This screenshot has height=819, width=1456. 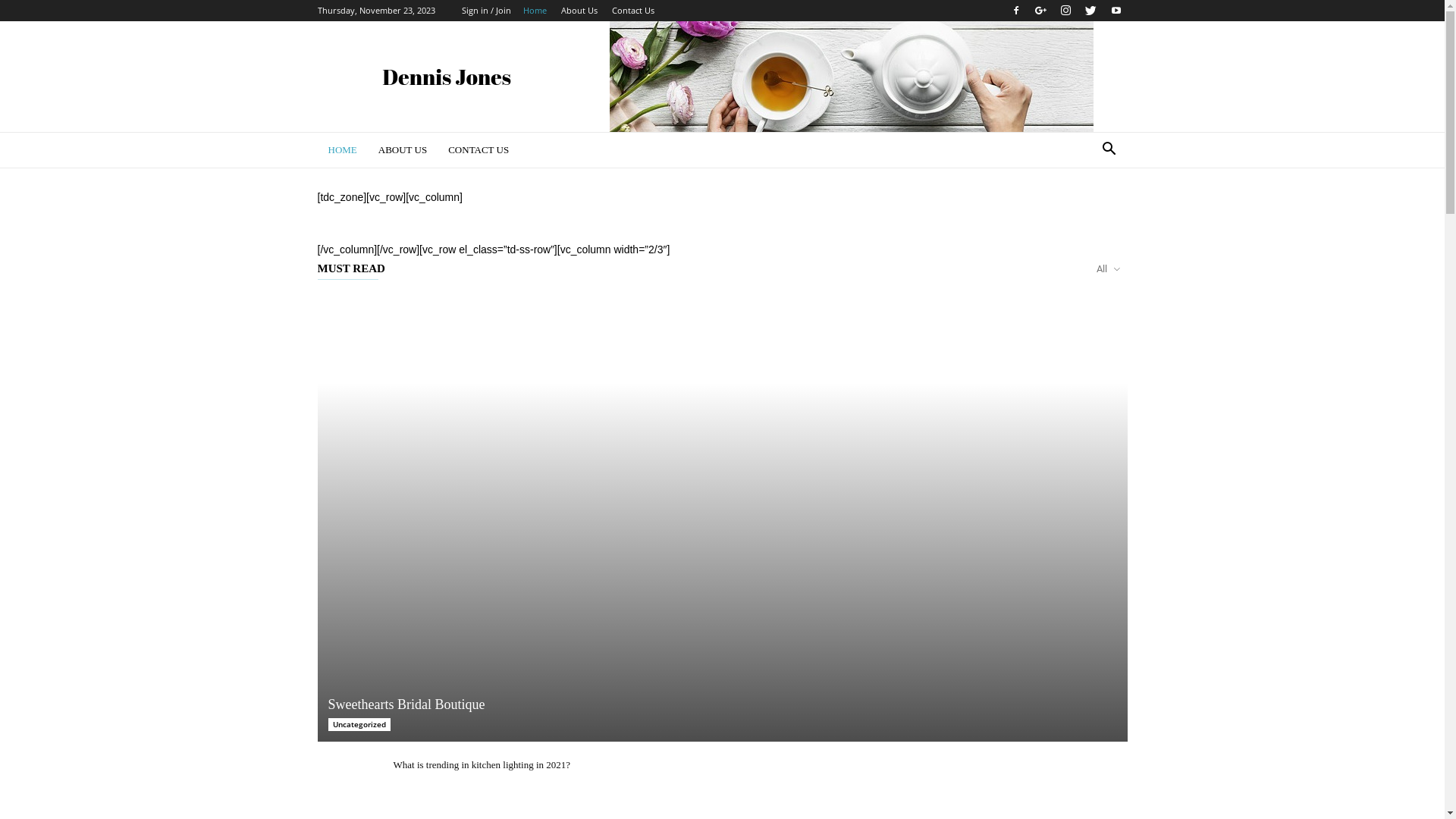 I want to click on 'About Us', so click(x=578, y=10).